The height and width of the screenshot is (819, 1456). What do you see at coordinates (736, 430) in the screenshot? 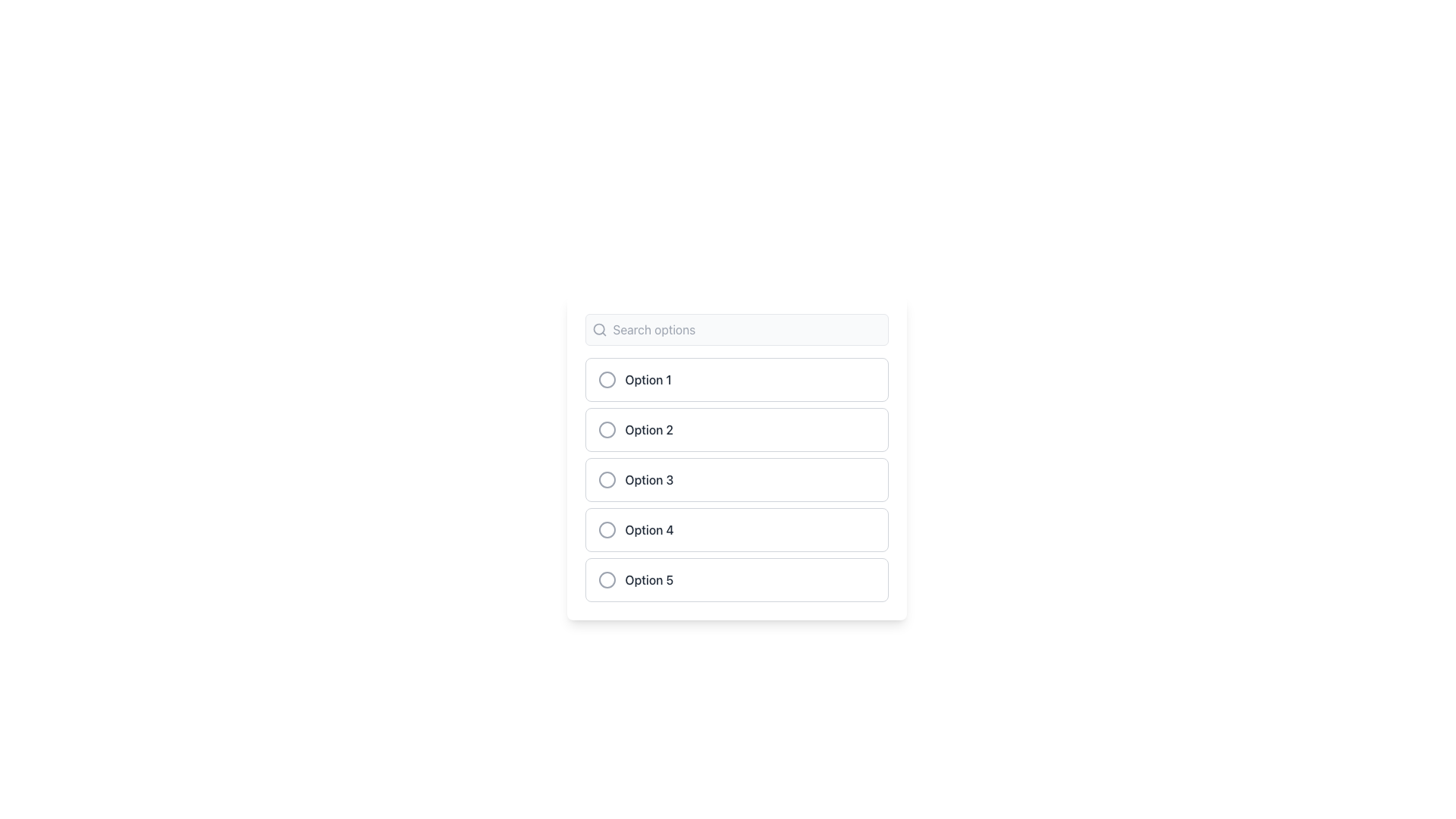
I see `the radio button labeled 'Option 2'` at bounding box center [736, 430].